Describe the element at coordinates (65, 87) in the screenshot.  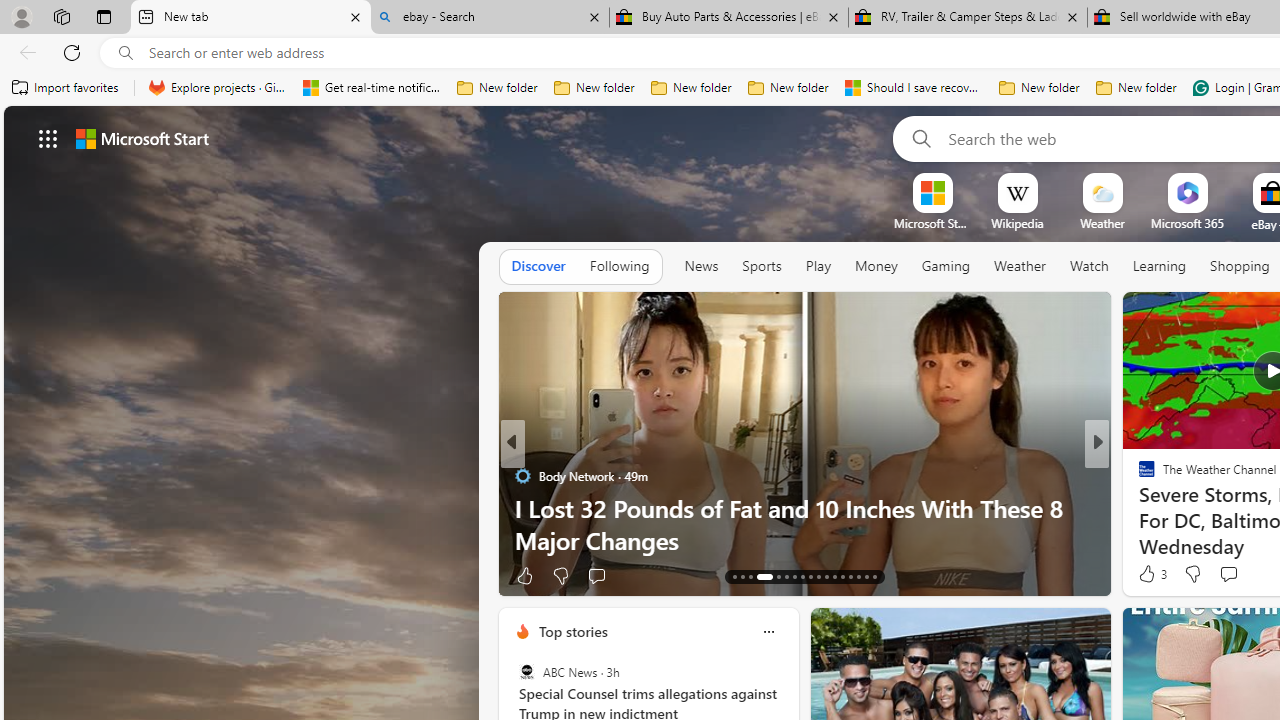
I see `'Import favorites'` at that location.